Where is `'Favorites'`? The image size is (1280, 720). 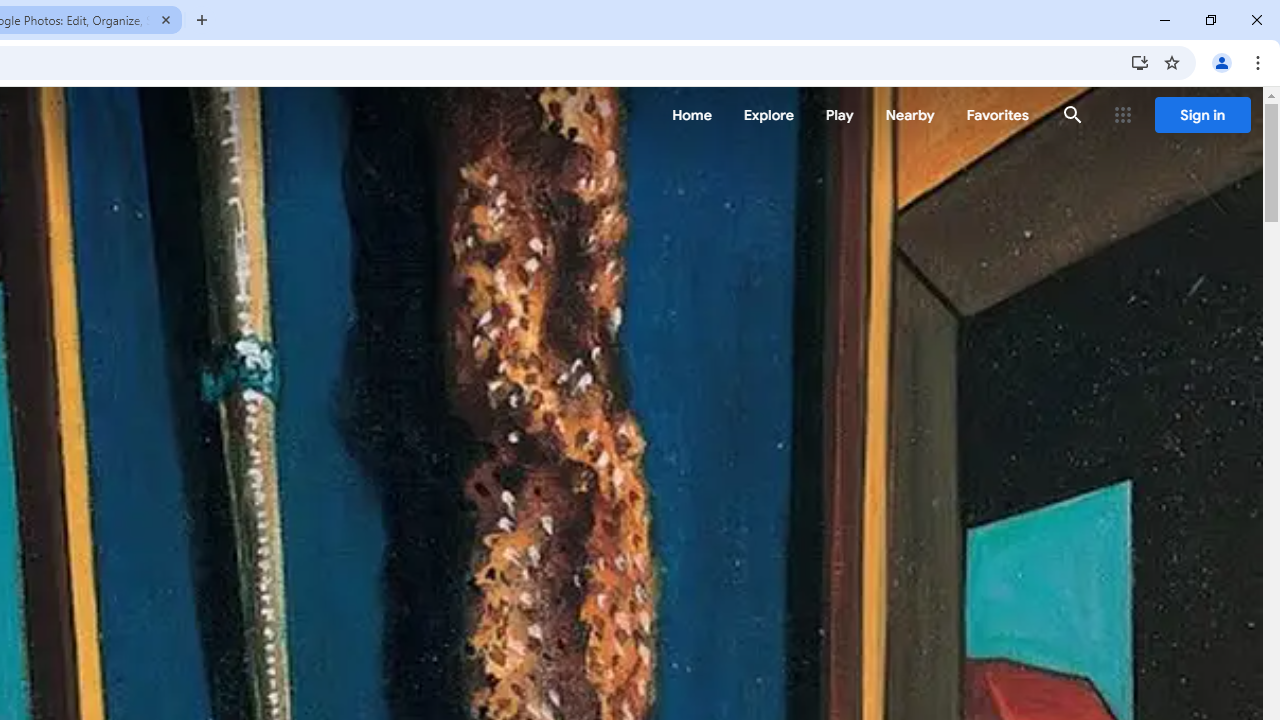
'Favorites' is located at coordinates (997, 115).